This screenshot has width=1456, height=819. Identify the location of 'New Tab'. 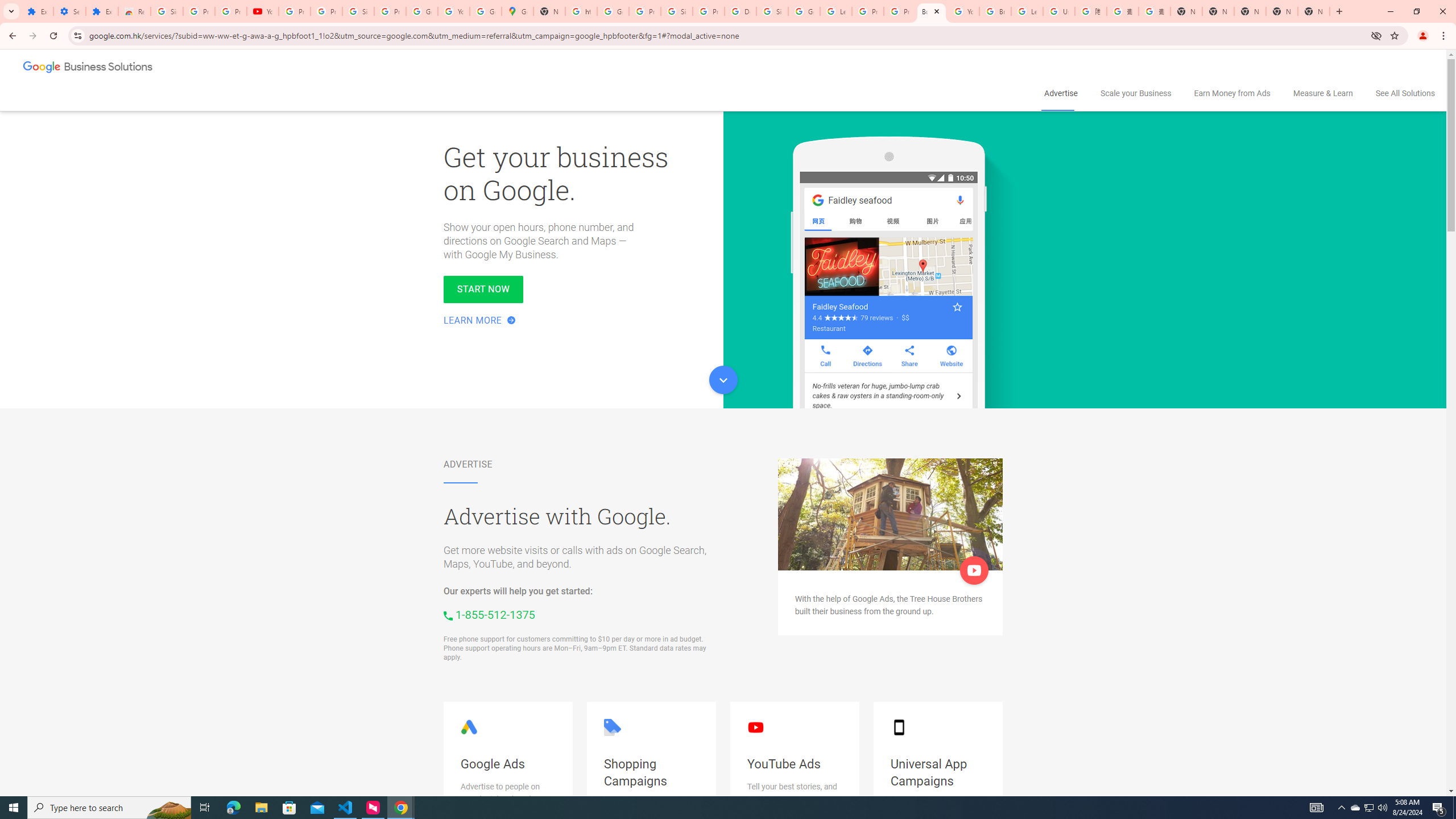
(1314, 11).